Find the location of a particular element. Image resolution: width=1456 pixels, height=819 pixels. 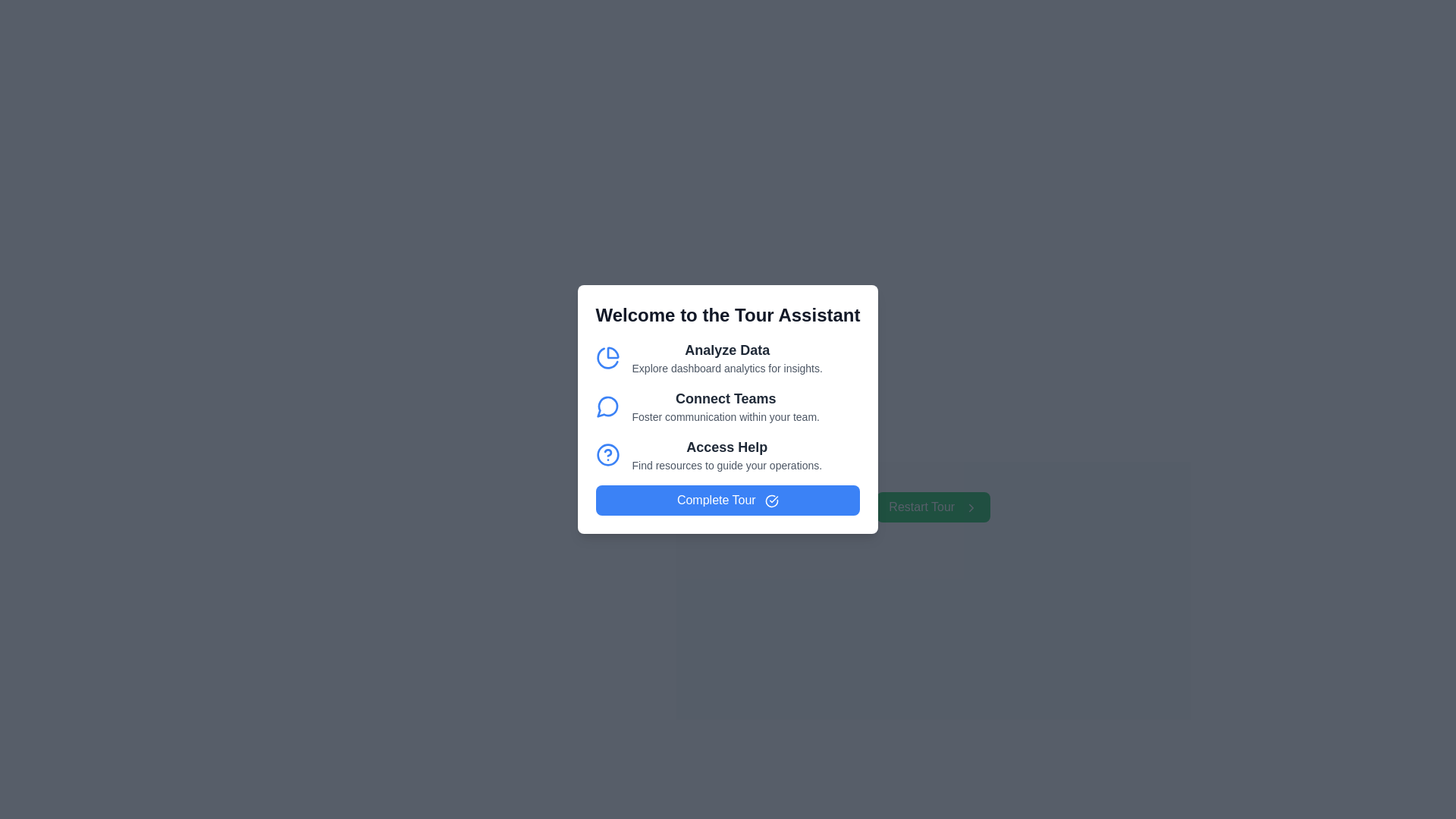

text from the 'Connect Teams' label, which consists of a bold title and a descriptive line below it, located in the center of the dialog box is located at coordinates (725, 406).